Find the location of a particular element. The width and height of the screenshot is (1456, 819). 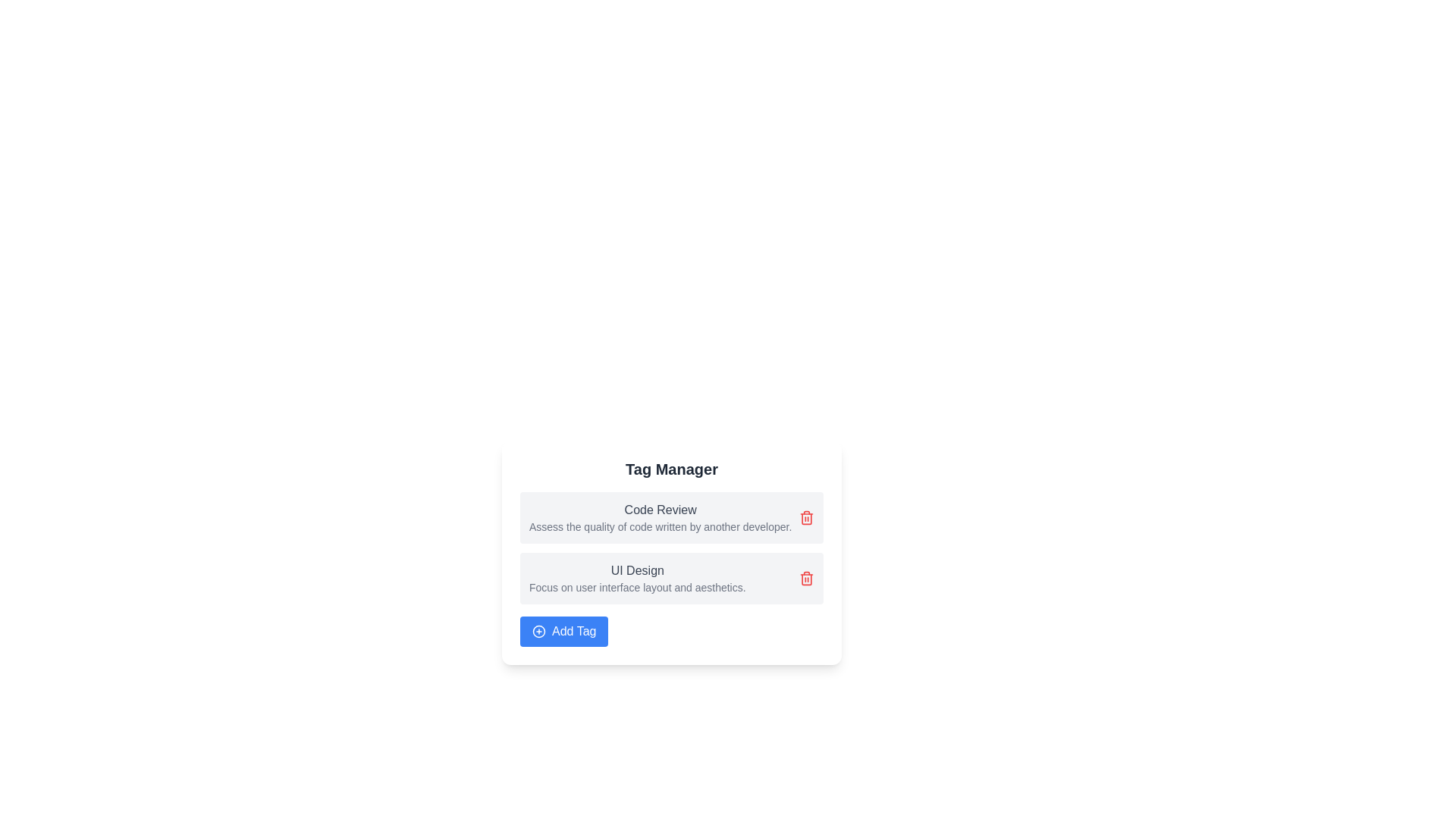

the delete button located at the top right corner of the tag entry labeled 'Code Review' is located at coordinates (806, 516).